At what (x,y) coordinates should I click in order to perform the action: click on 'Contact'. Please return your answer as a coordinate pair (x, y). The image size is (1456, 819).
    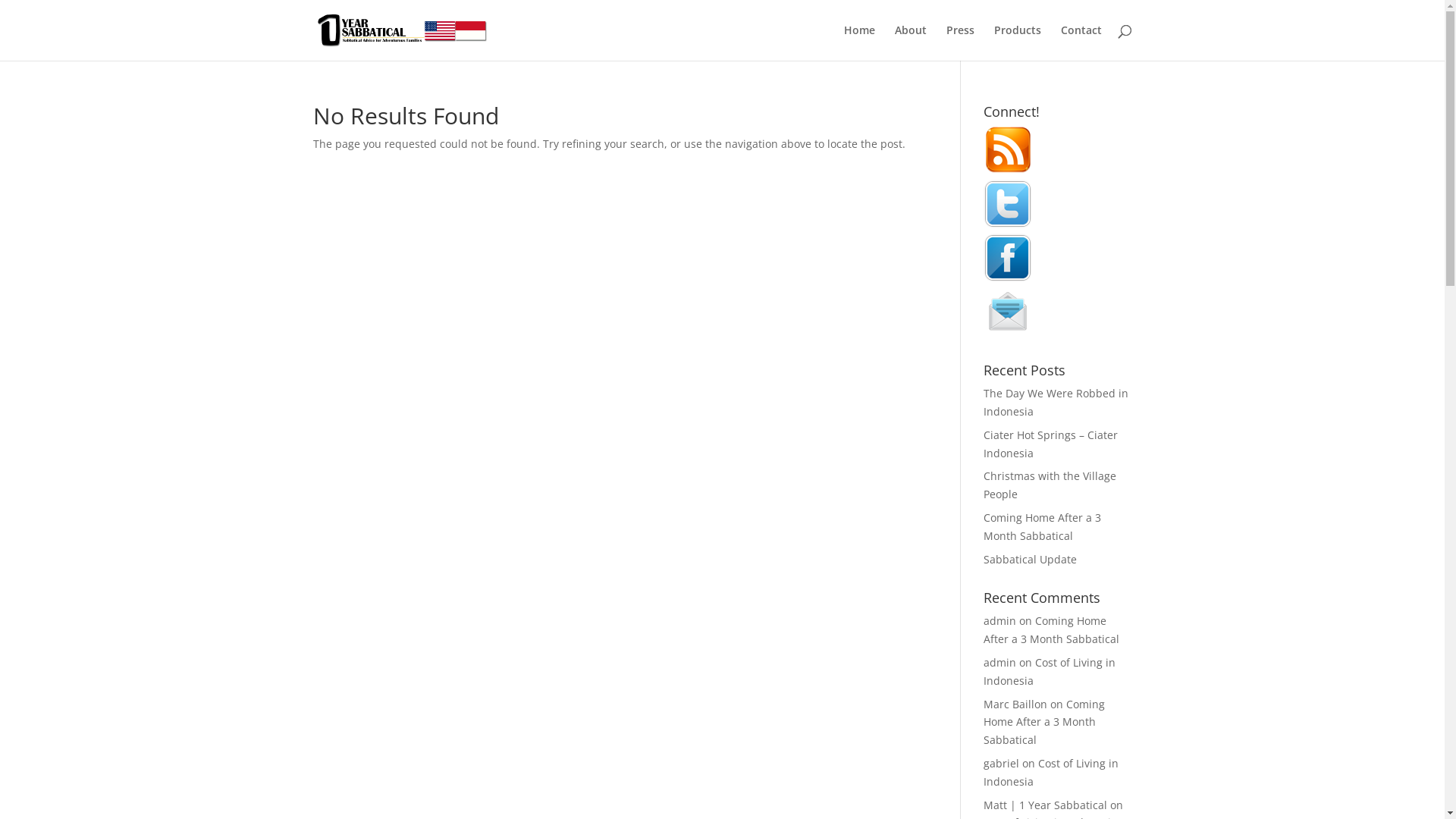
    Looking at the image, I should click on (1080, 42).